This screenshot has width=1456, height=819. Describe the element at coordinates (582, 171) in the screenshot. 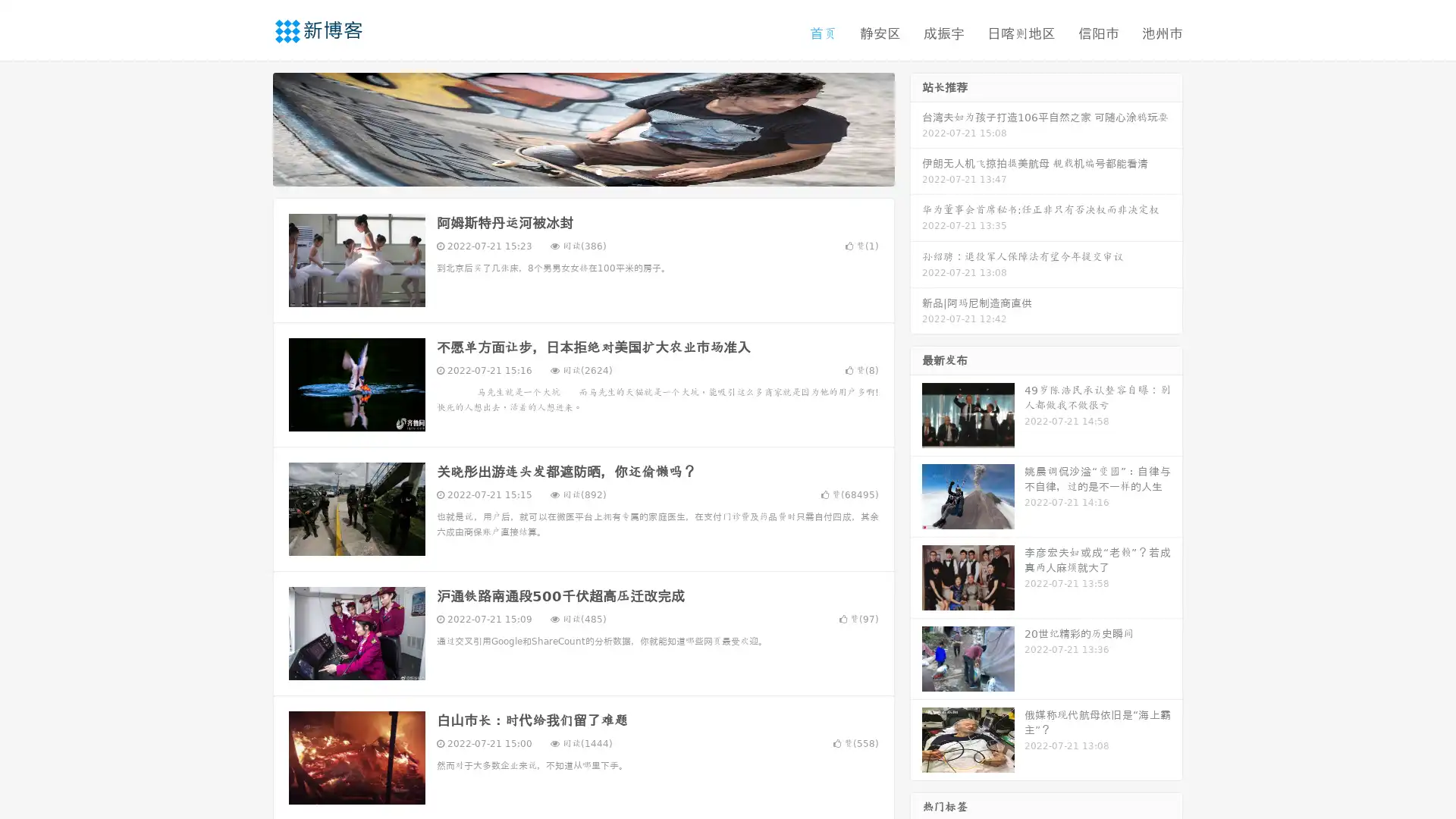

I see `Go to slide 2` at that location.